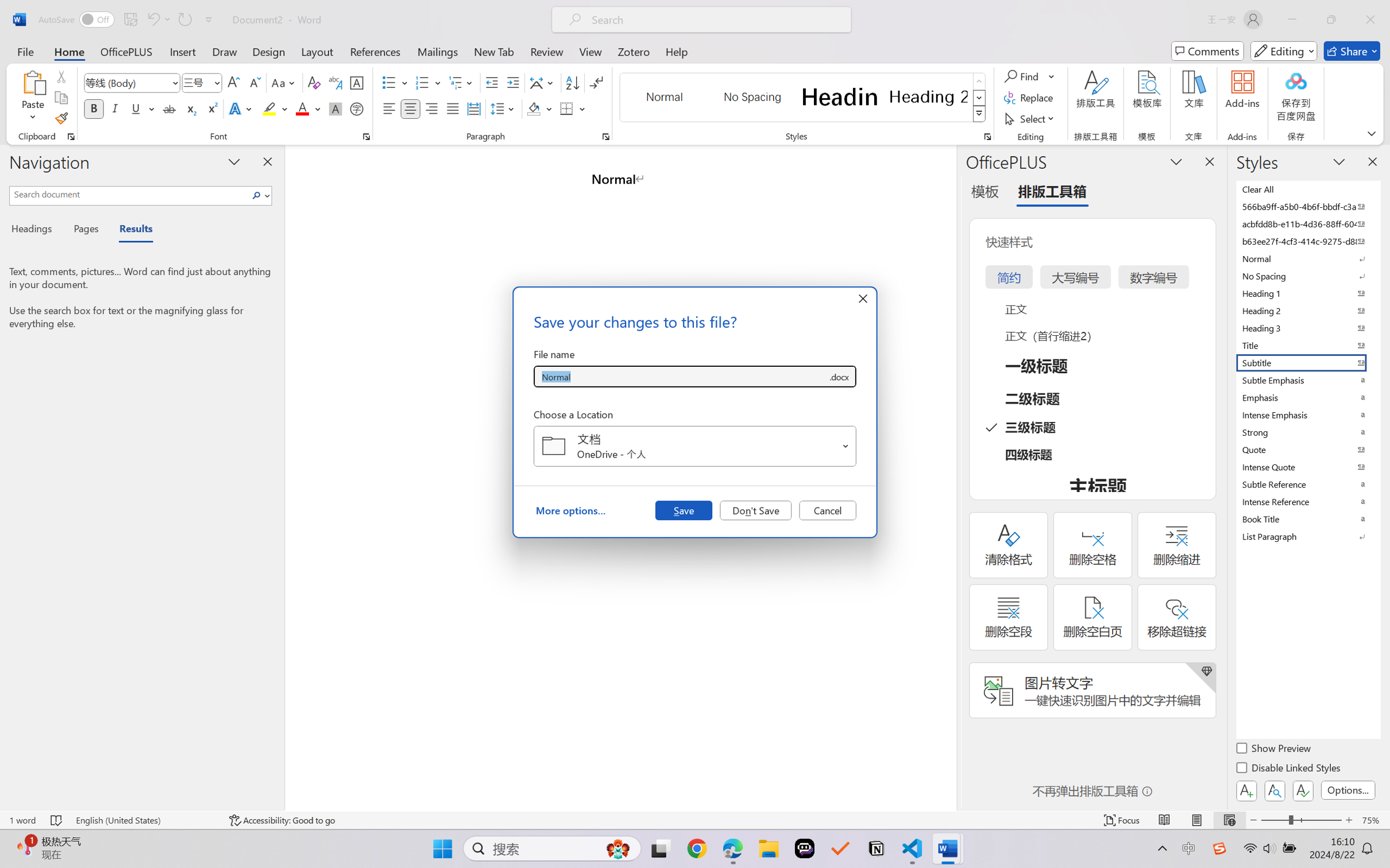 The image size is (1390, 868). What do you see at coordinates (1307, 414) in the screenshot?
I see `'Intense Emphasis'` at bounding box center [1307, 414].